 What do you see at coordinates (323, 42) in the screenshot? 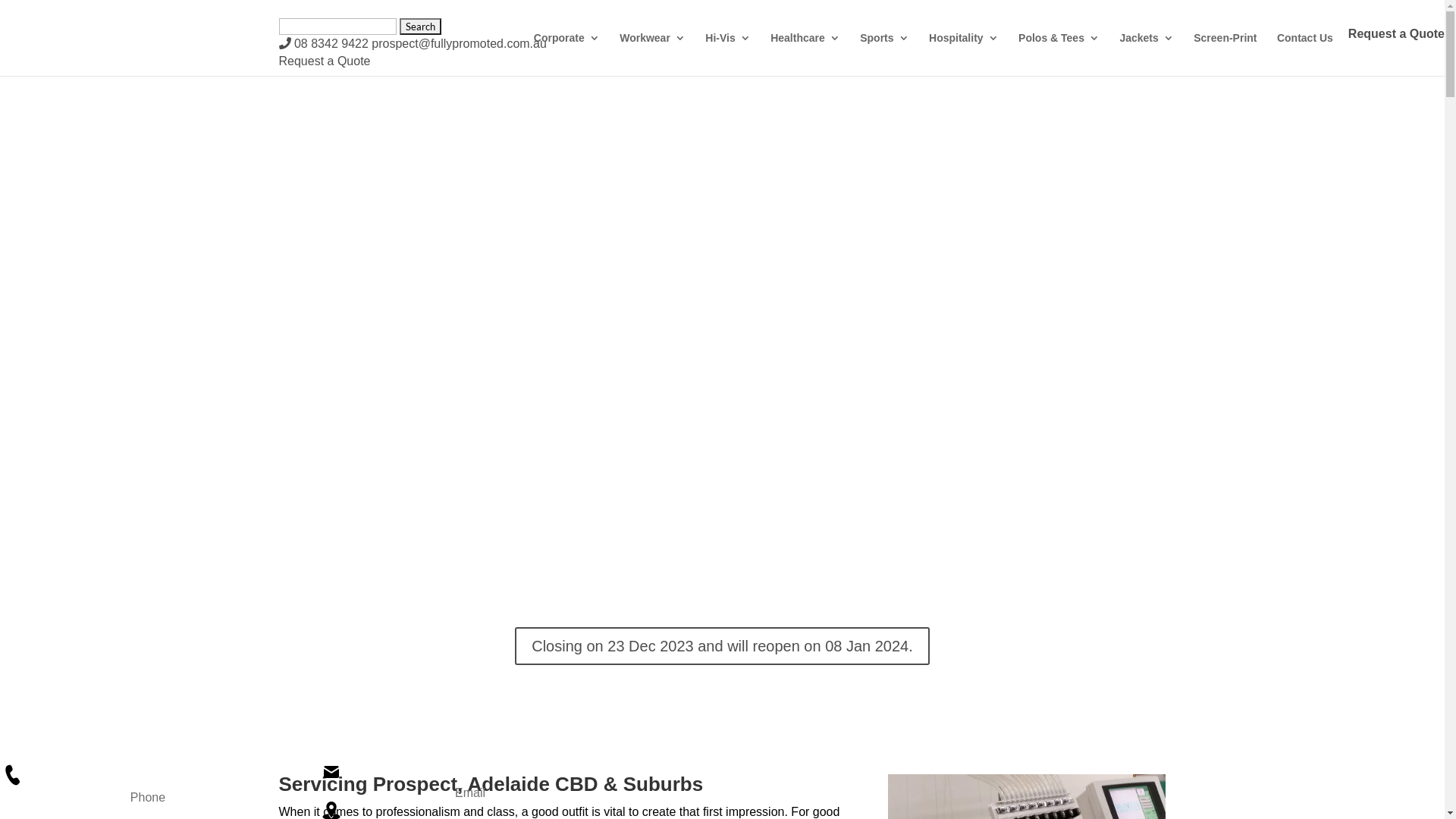
I see `'08 8342 9422'` at bounding box center [323, 42].